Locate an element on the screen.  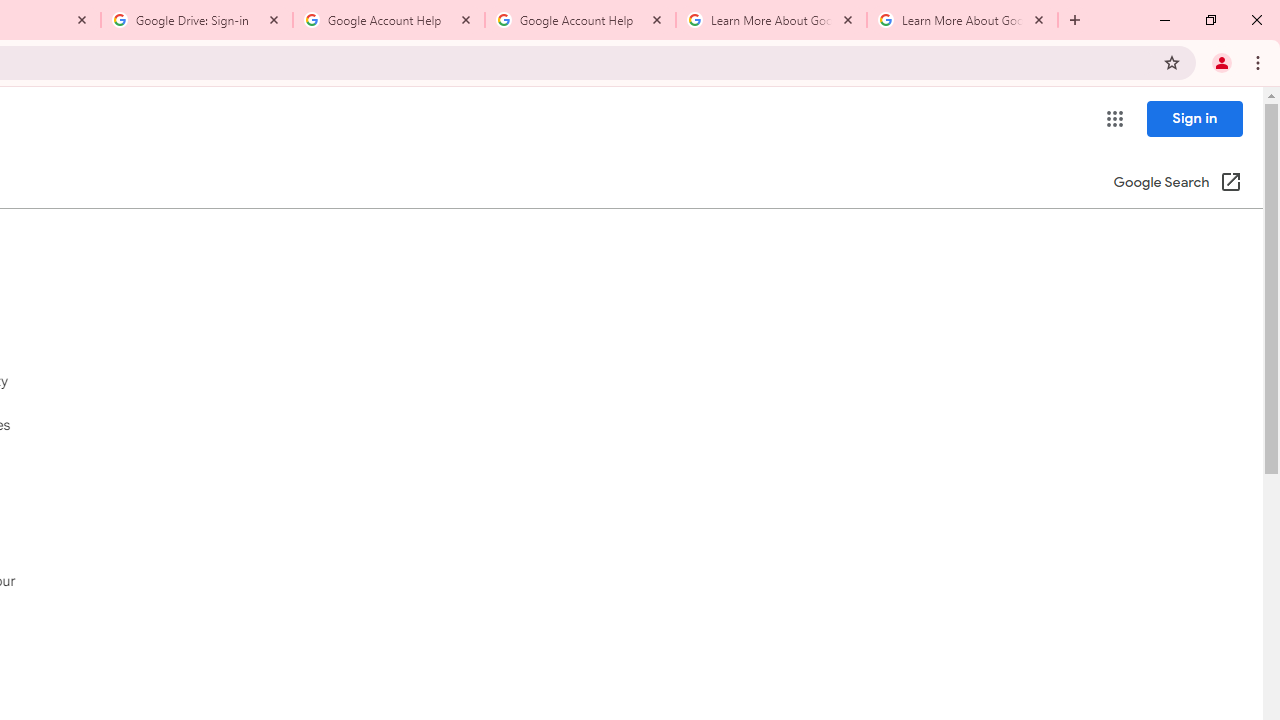
'Google Search (Open in a new window)' is located at coordinates (1178, 183).